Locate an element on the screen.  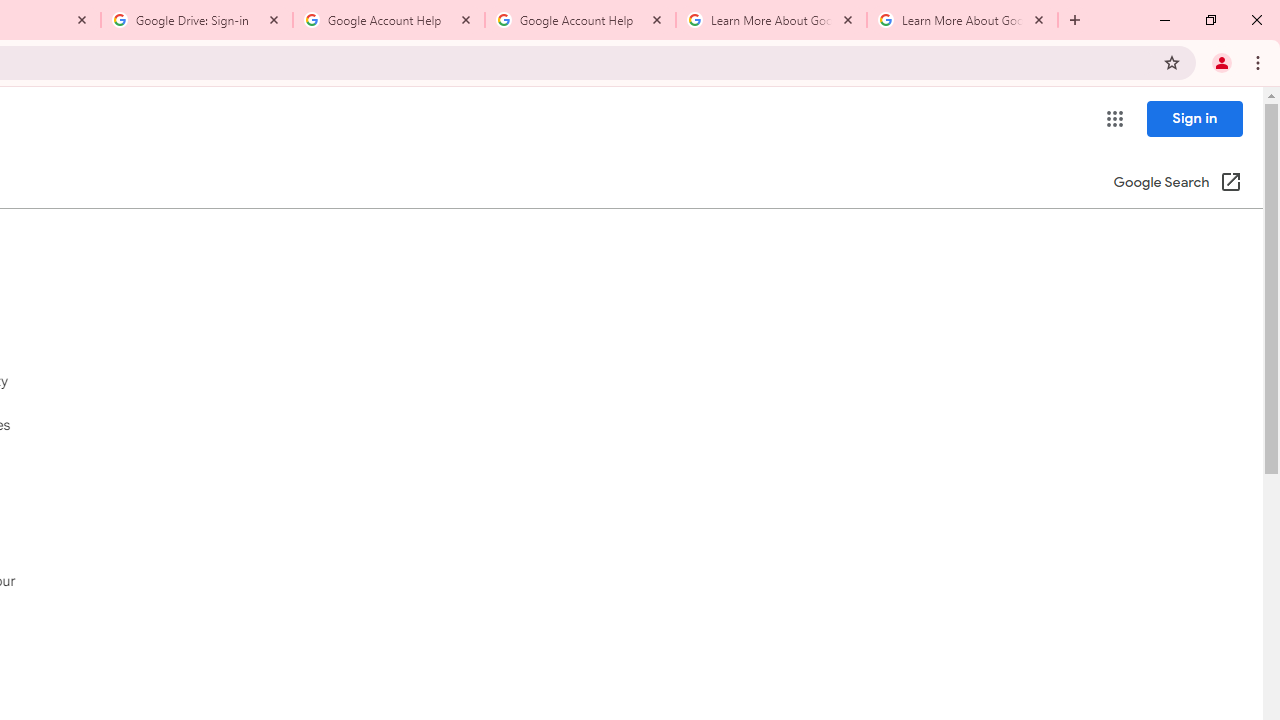
'Google Search (Open in a new window)' is located at coordinates (1178, 183).